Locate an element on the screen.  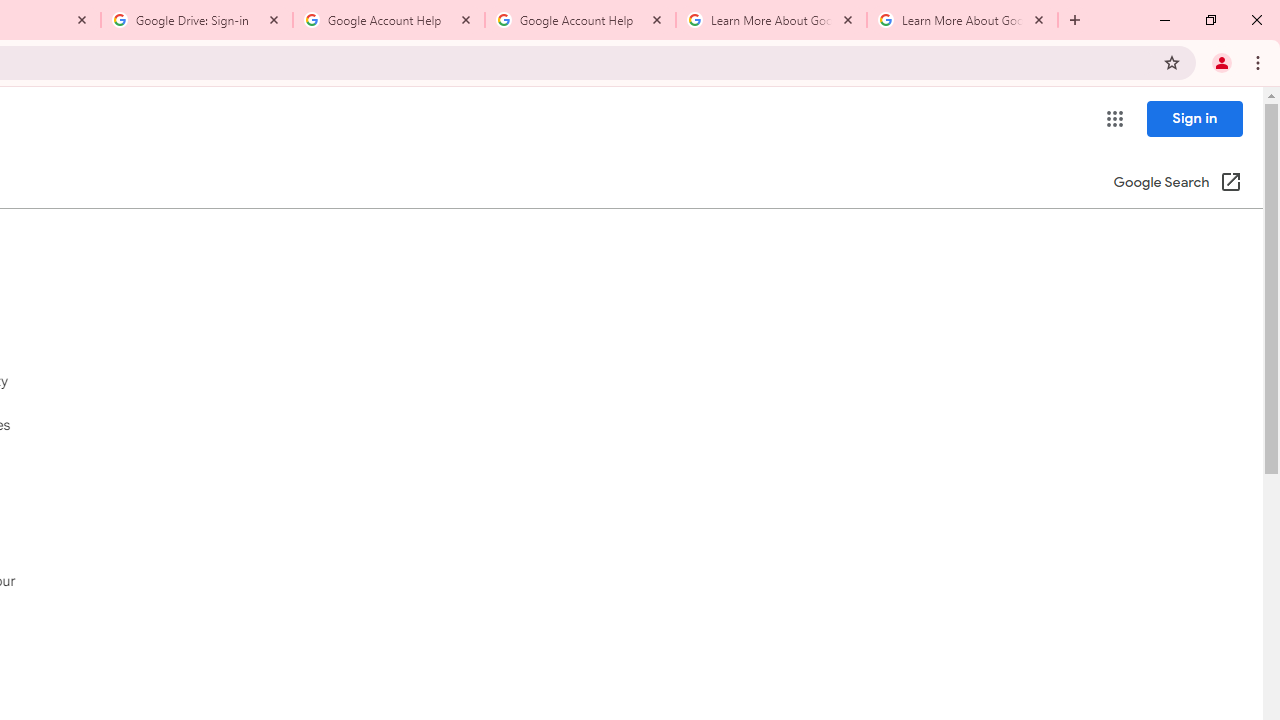
'Google Search (Open in a new window)' is located at coordinates (1178, 183).